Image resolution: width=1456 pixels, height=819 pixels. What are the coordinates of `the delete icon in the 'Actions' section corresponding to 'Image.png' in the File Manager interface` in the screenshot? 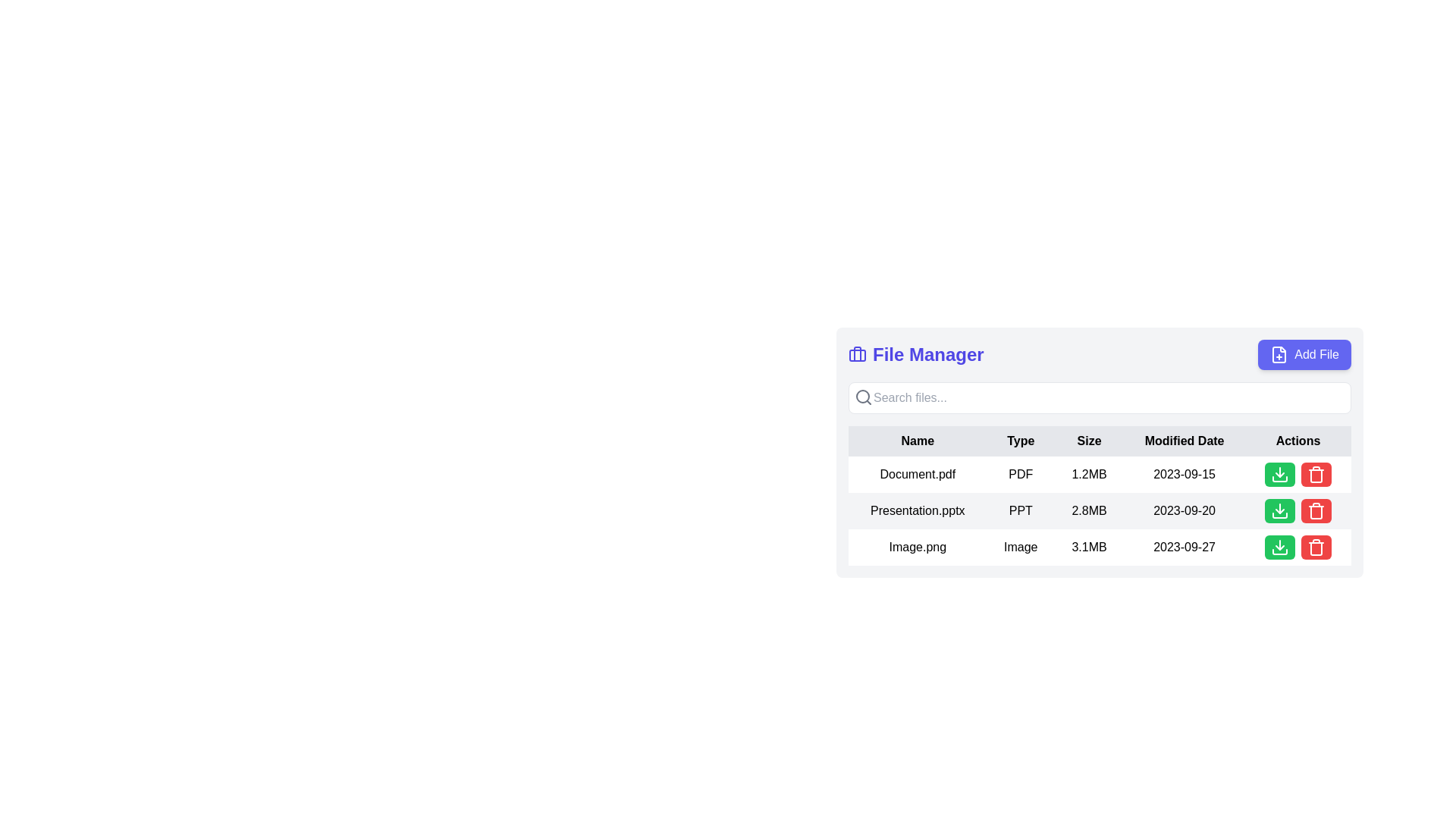 It's located at (1316, 547).